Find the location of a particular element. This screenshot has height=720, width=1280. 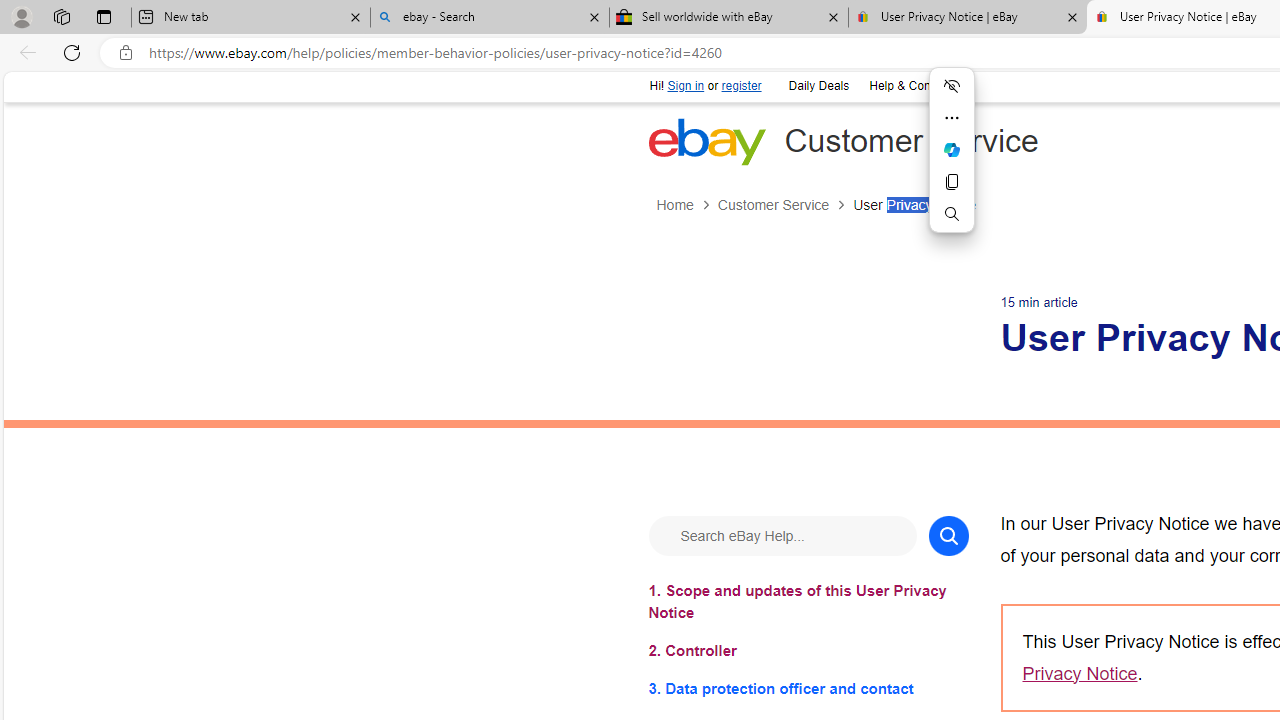

'Customer Service' is located at coordinates (784, 205).